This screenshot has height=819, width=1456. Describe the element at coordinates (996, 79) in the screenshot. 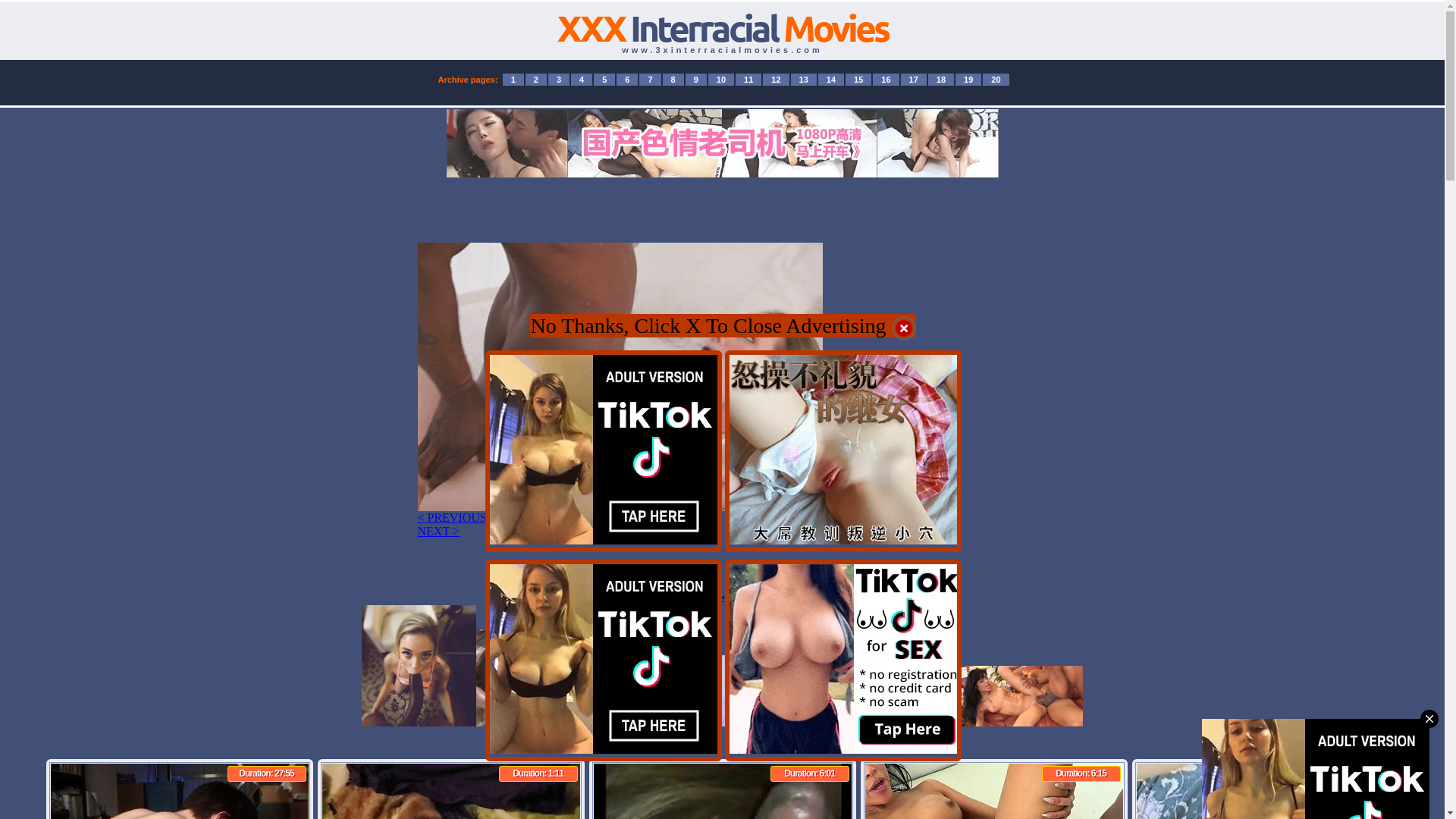

I see `'20'` at that location.